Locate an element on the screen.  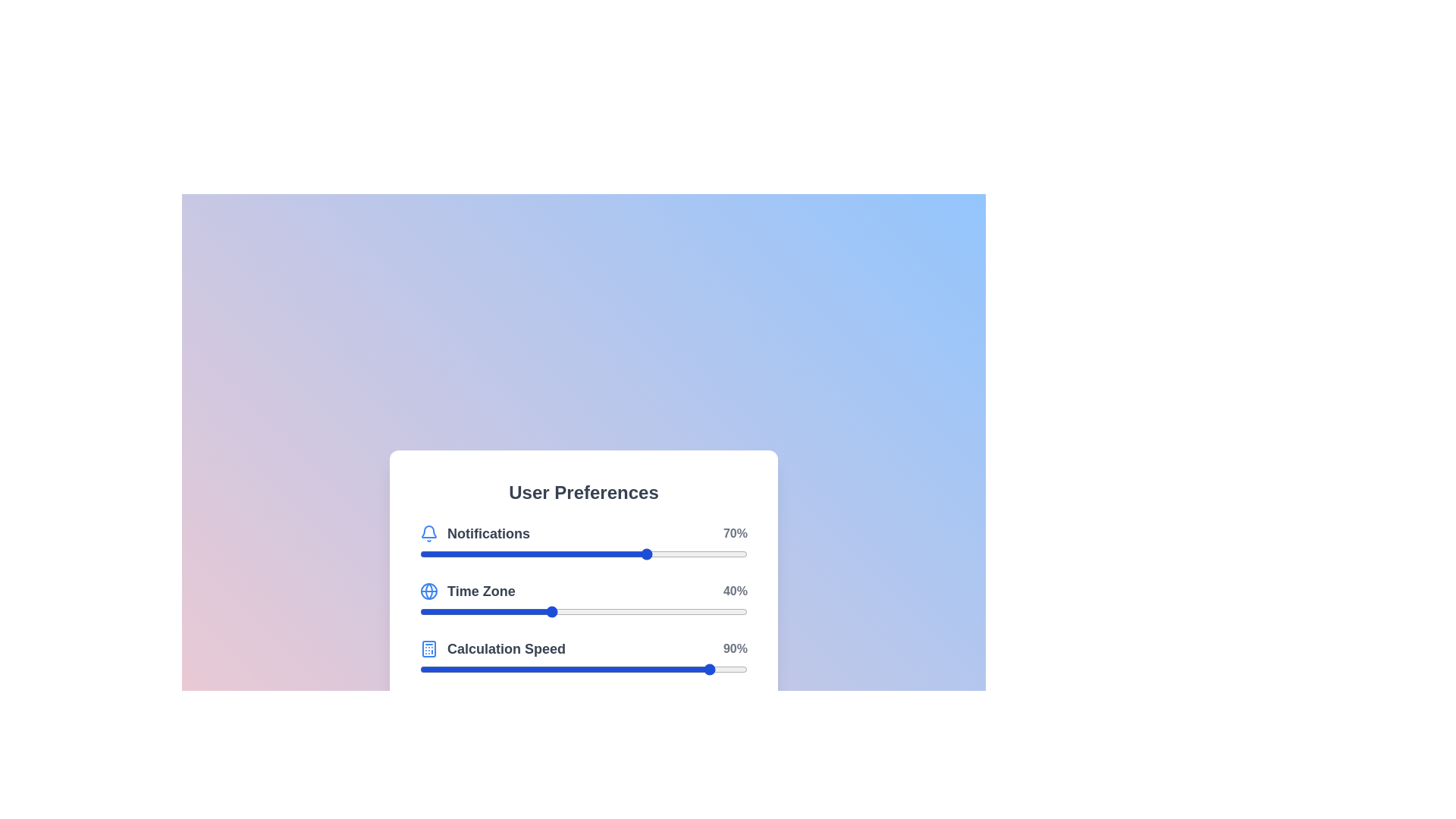
the 'Time Zone' slider to 1% by dragging the slider to the corresponding position is located at coordinates (423, 610).